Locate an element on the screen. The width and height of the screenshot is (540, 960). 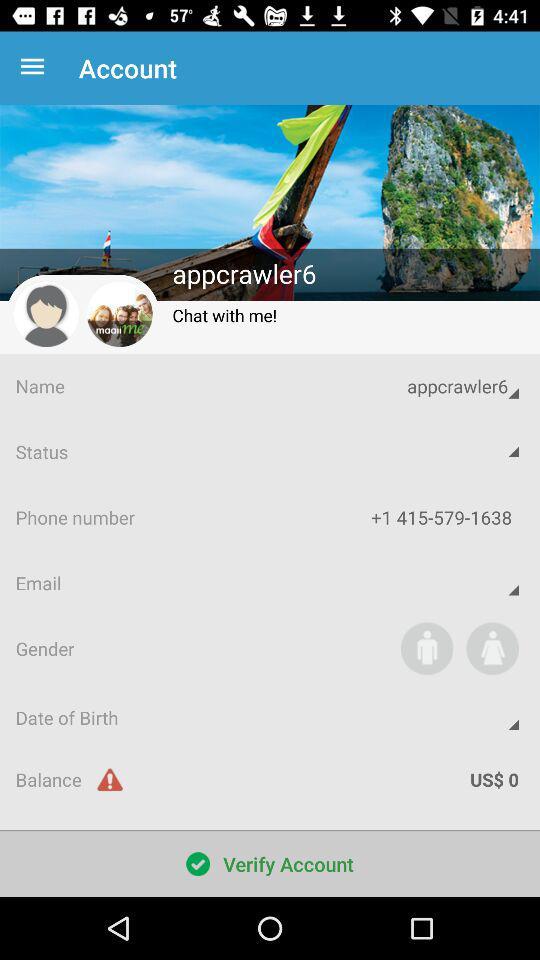
the verify account item is located at coordinates (270, 863).